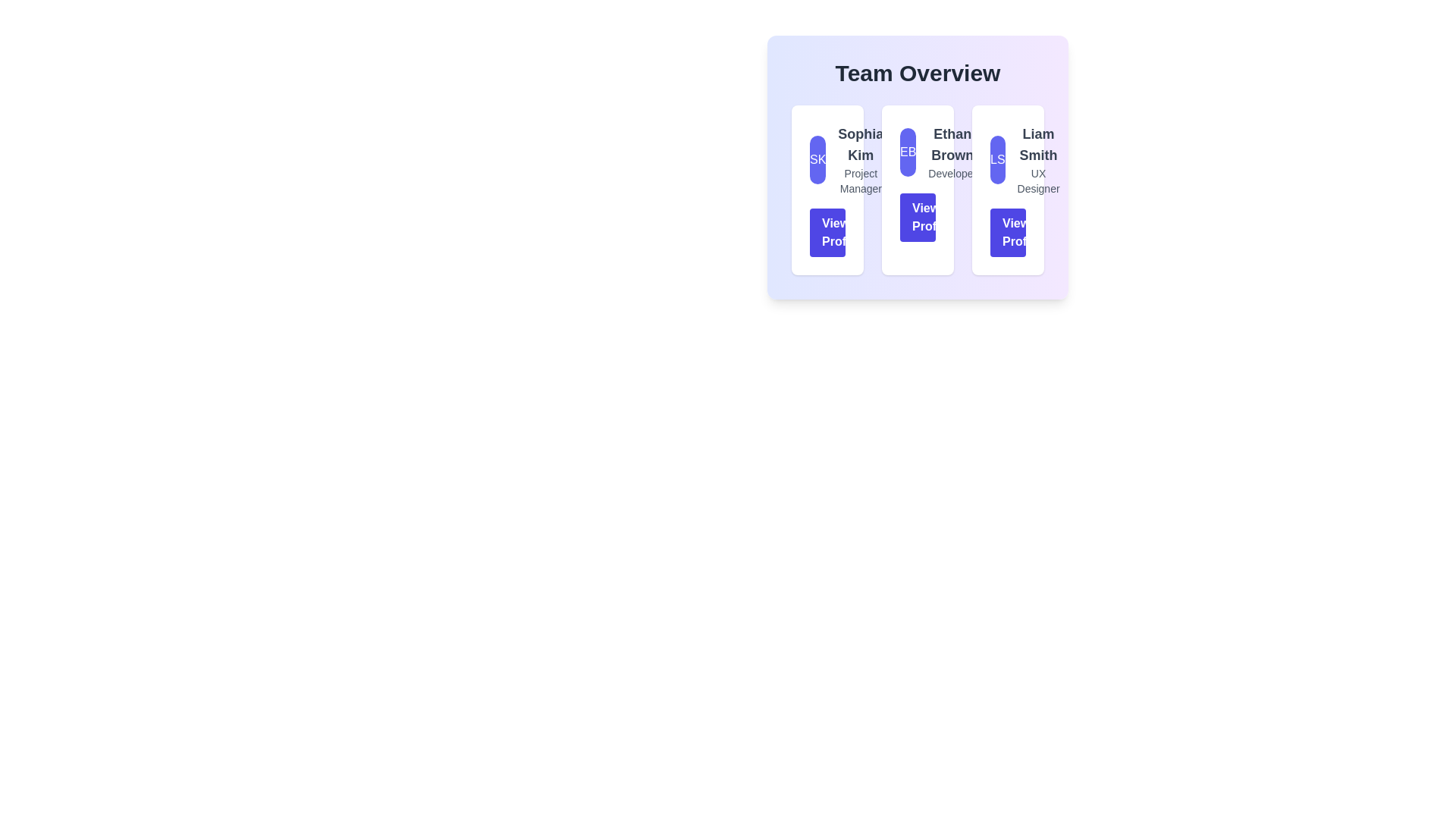  Describe the element at coordinates (952, 145) in the screenshot. I see `the text label displaying 'Ethan Brown' in bold, which is positioned above the 'Developer' label in the 'Team Overview' section of the card layout` at that location.